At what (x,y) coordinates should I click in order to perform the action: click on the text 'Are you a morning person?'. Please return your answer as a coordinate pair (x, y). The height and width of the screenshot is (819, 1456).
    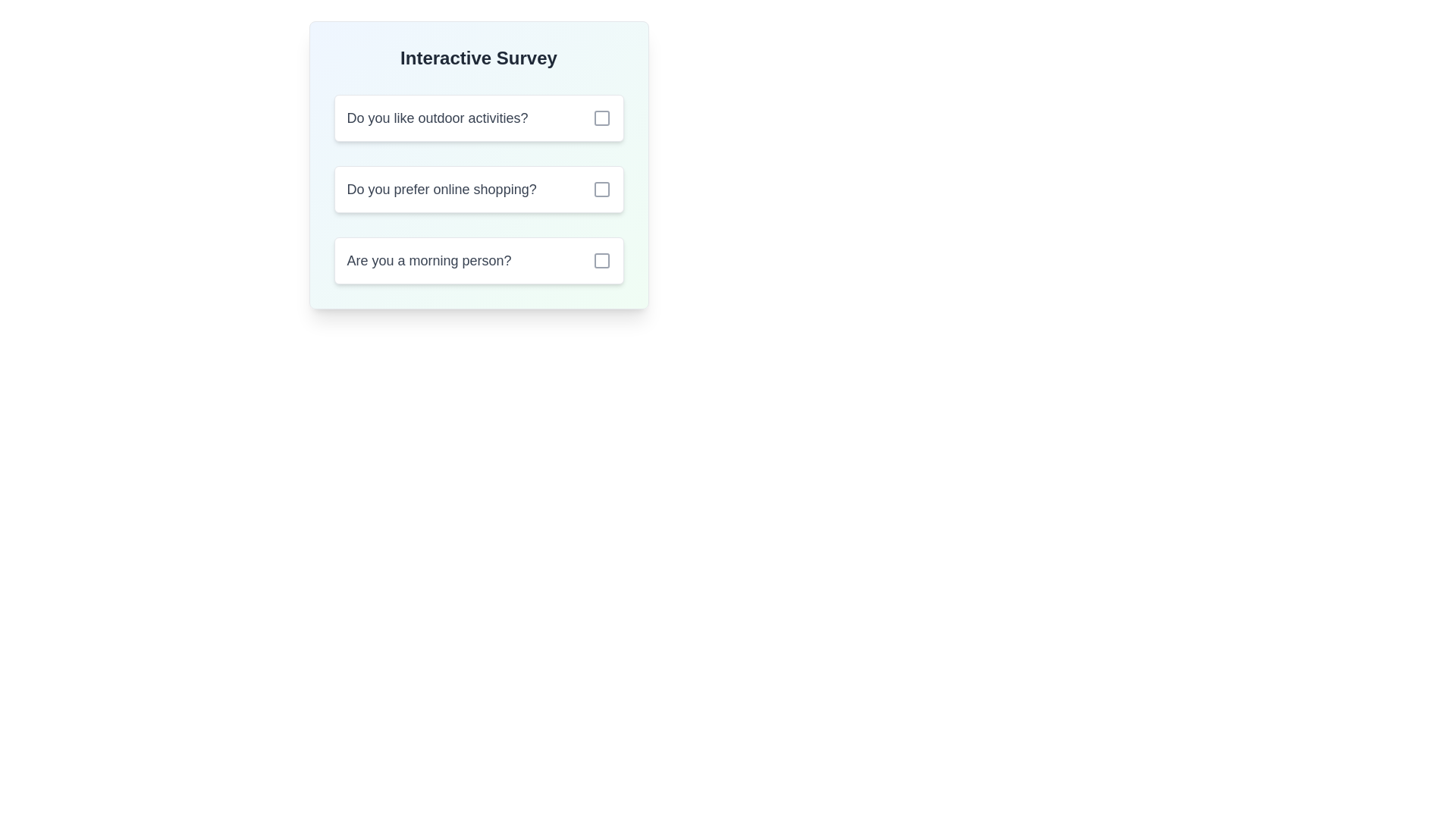
    Looking at the image, I should click on (478, 259).